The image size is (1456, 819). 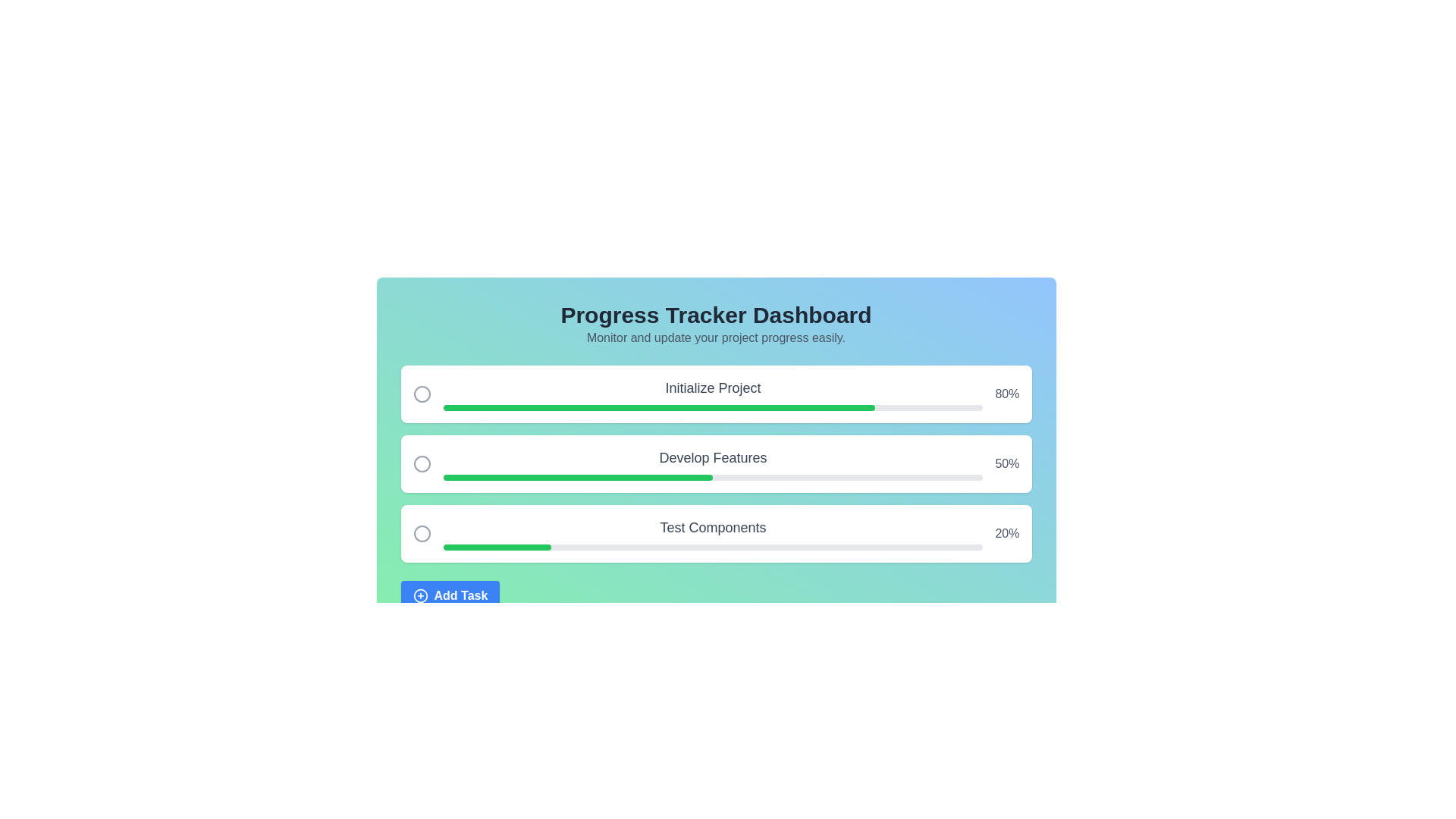 I want to click on the text label in the third progress tracker row that indicates the name or type of activity being tracked, so click(x=712, y=526).